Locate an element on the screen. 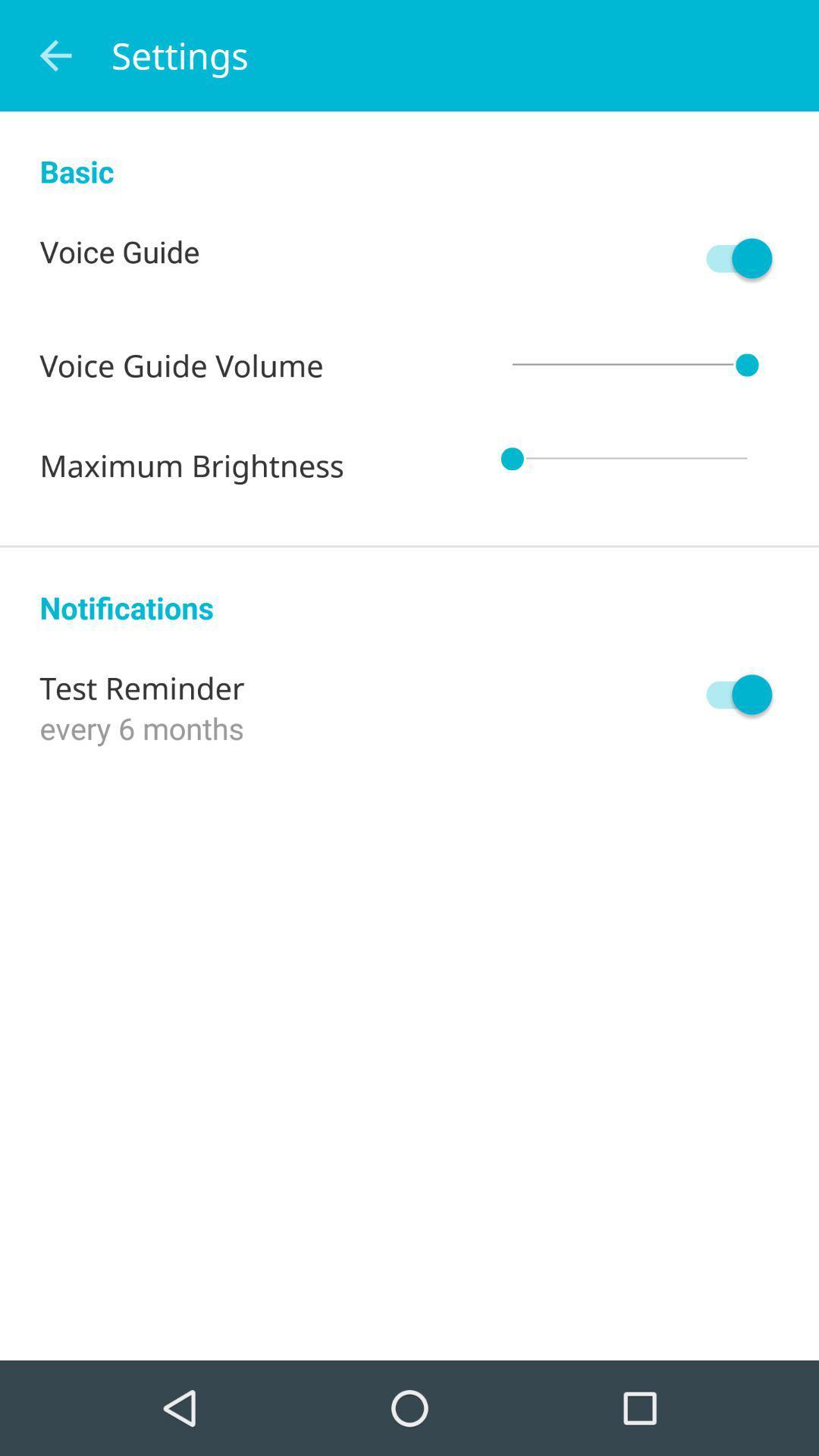 This screenshot has width=819, height=1456. item on the right is located at coordinates (731, 694).